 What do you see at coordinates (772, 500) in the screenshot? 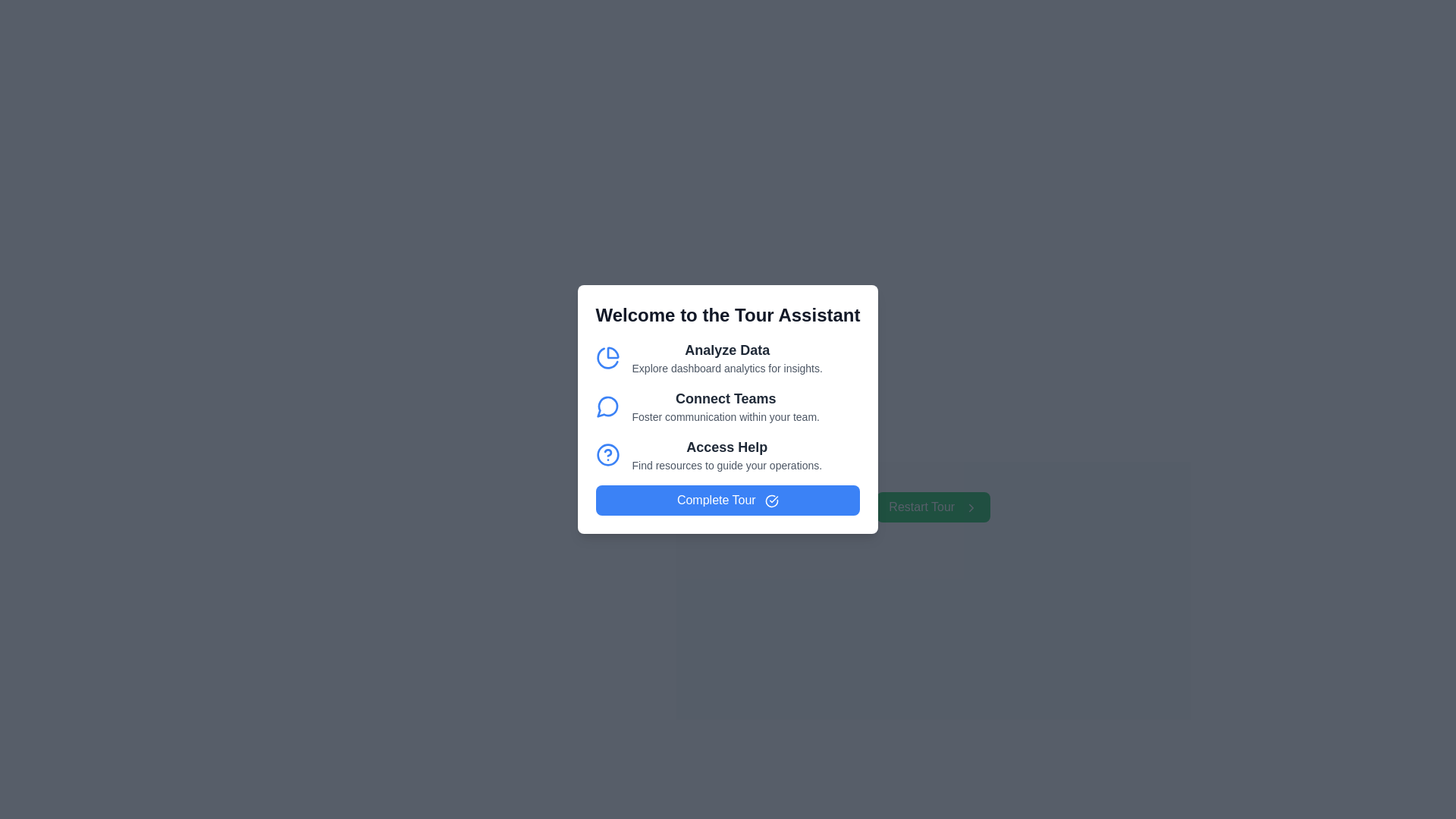
I see `the vector graphic segment within the 'Complete Tour' button, which visually indicates completion or success, located adjacent to the text 'Complete Tour'` at bounding box center [772, 500].